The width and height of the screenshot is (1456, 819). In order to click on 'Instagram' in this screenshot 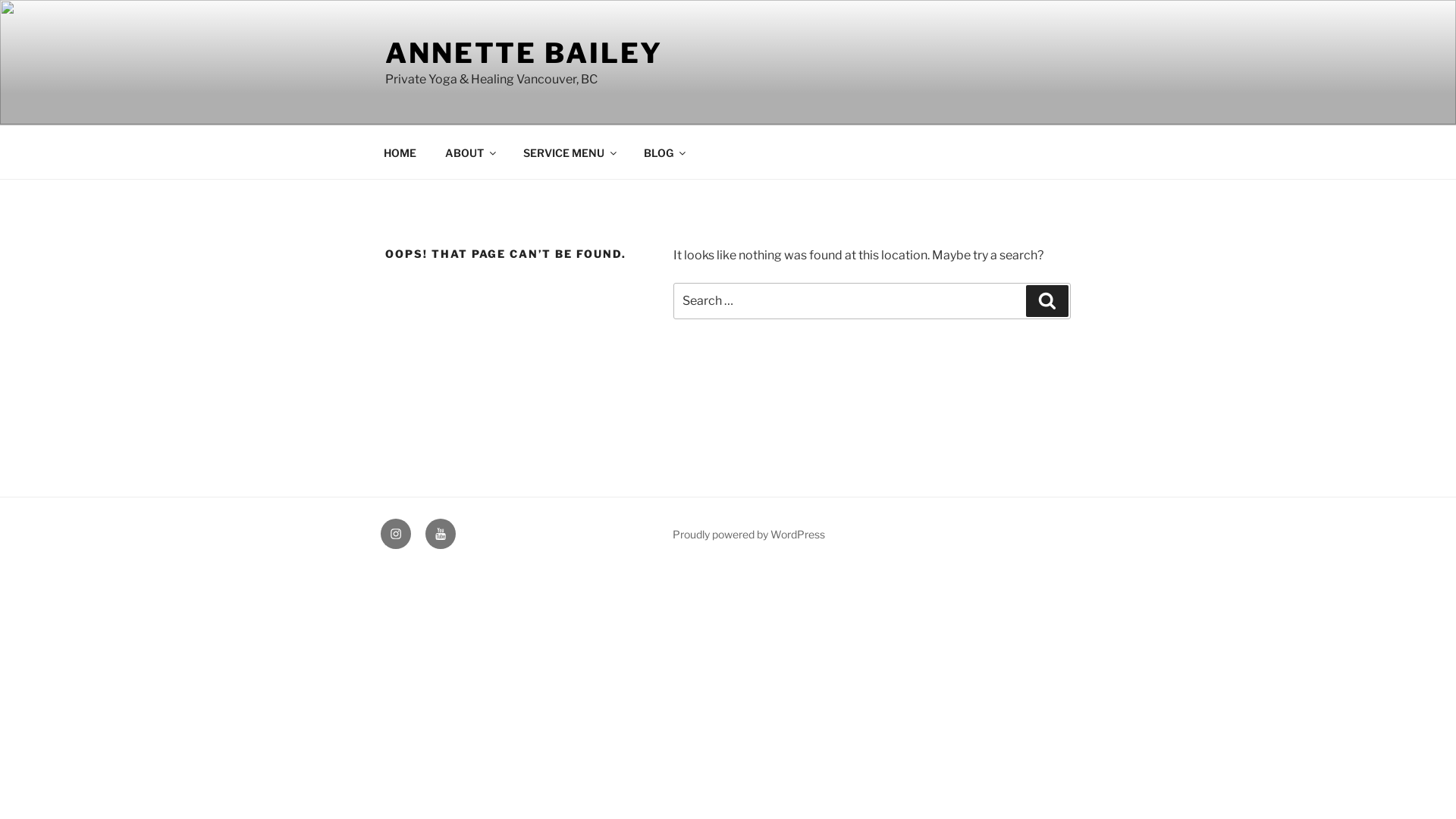, I will do `click(396, 533)`.